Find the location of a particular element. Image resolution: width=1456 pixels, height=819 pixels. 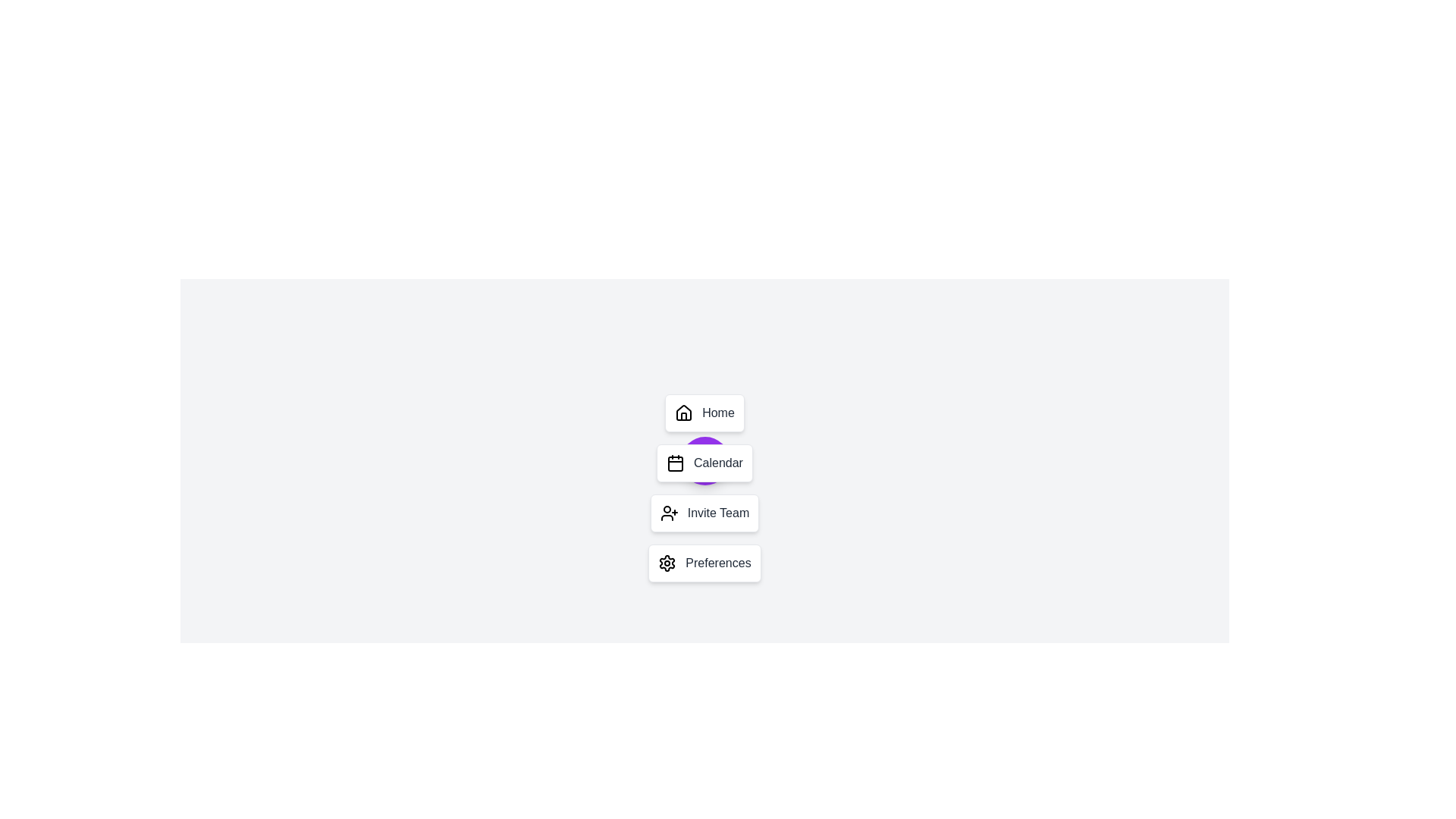

the 'Calendar' text label located in the second row of the sidebar menu, positioned to the right of the calendar icon is located at coordinates (717, 462).